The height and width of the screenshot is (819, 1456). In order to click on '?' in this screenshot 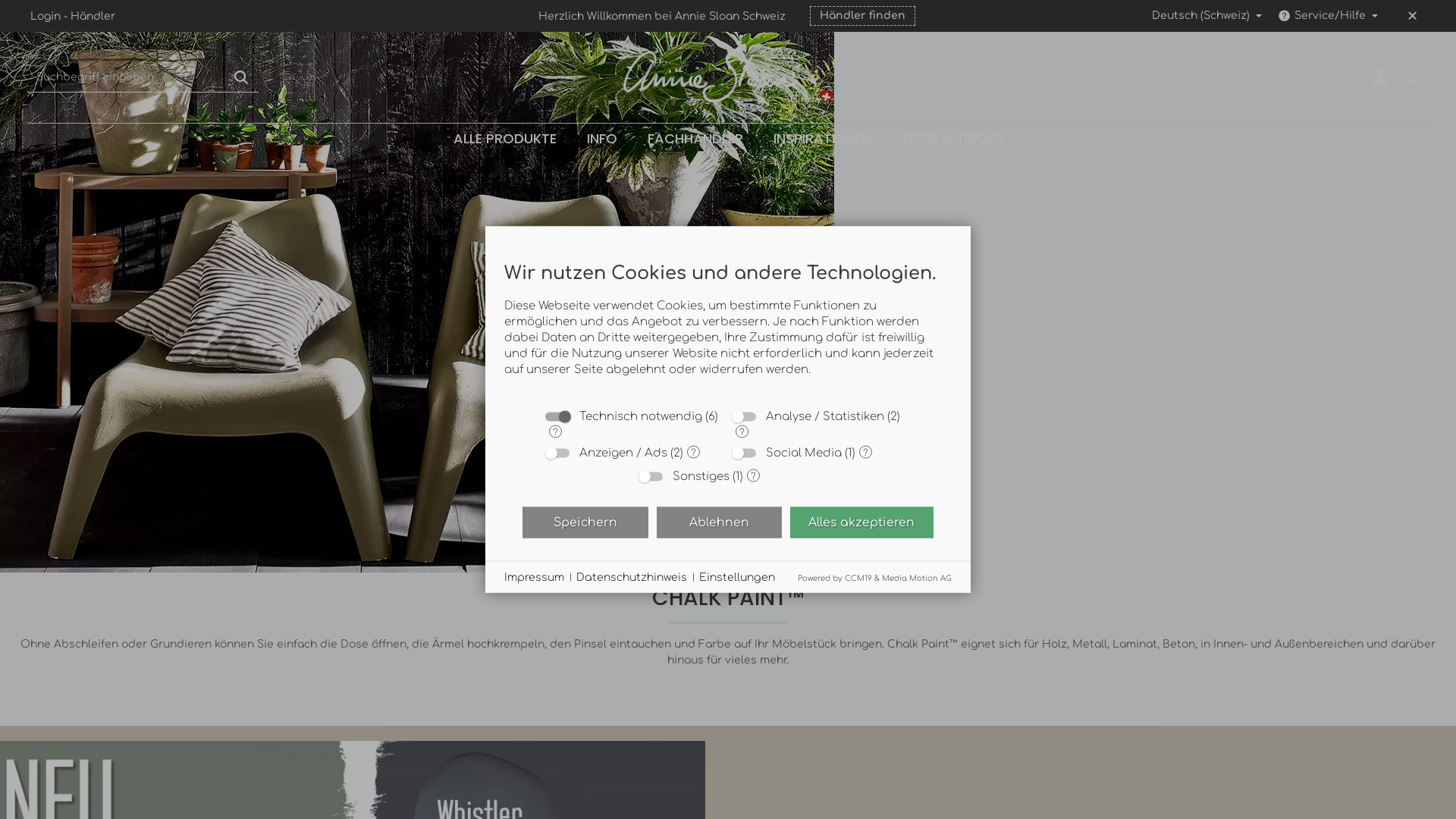, I will do `click(742, 431)`.